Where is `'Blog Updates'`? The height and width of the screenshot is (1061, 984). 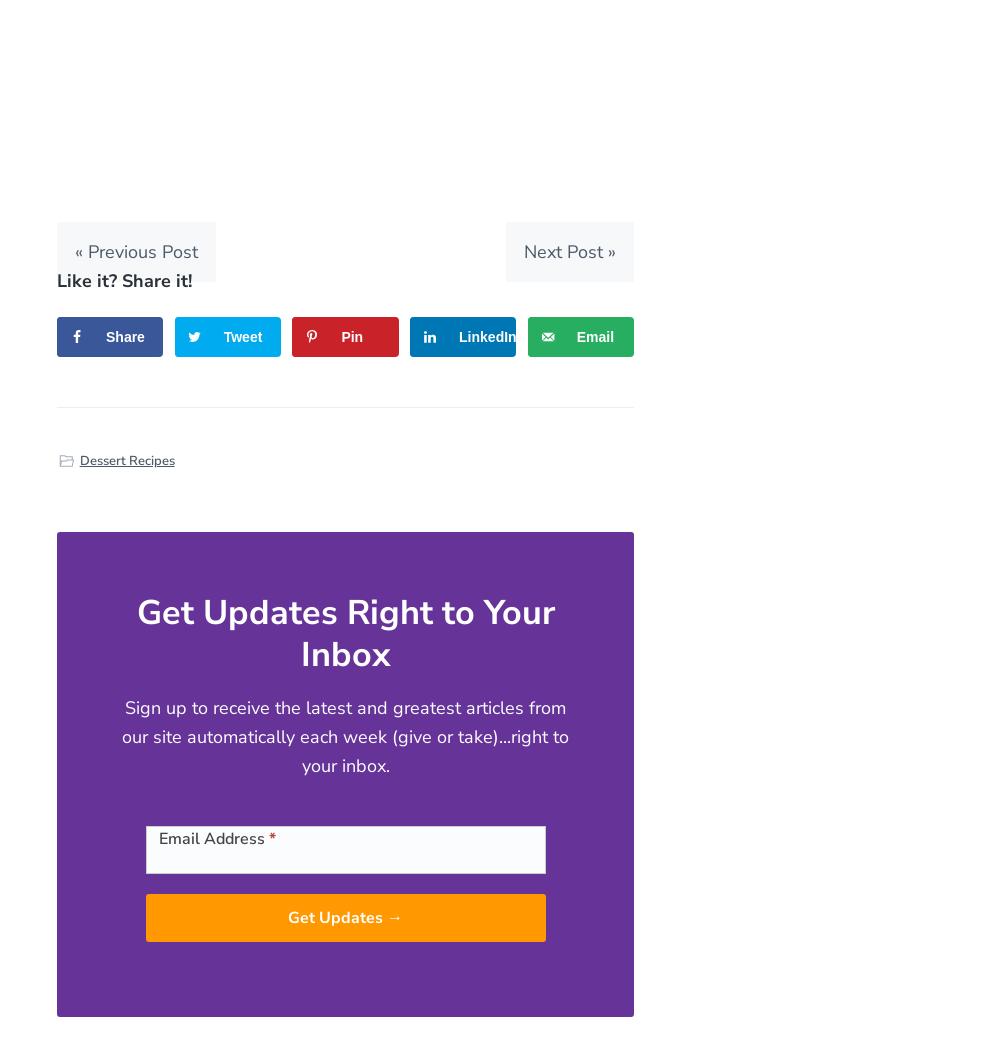
'Blog Updates' is located at coordinates (178, 819).